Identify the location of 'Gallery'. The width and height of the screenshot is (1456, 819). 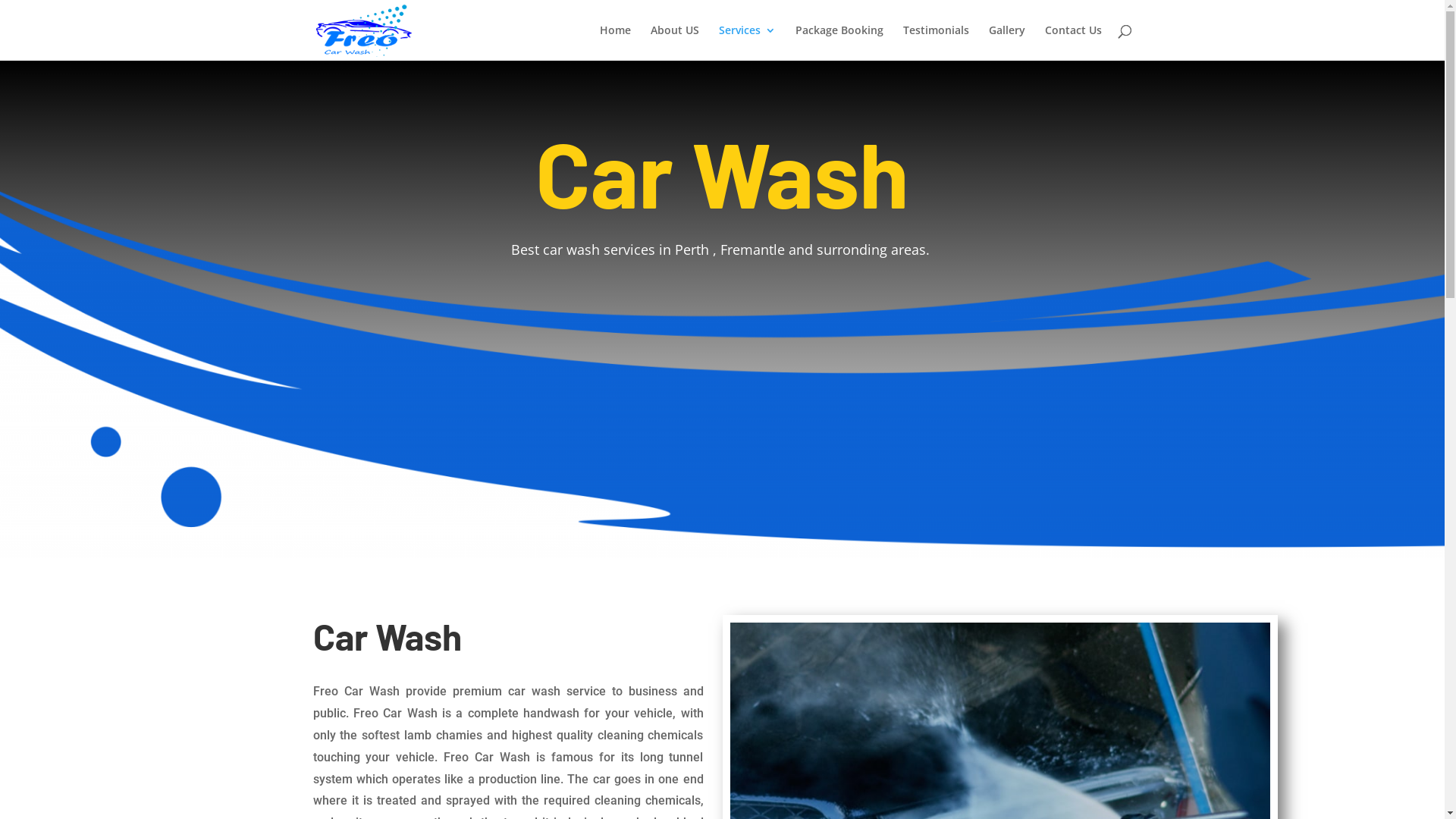
(1007, 42).